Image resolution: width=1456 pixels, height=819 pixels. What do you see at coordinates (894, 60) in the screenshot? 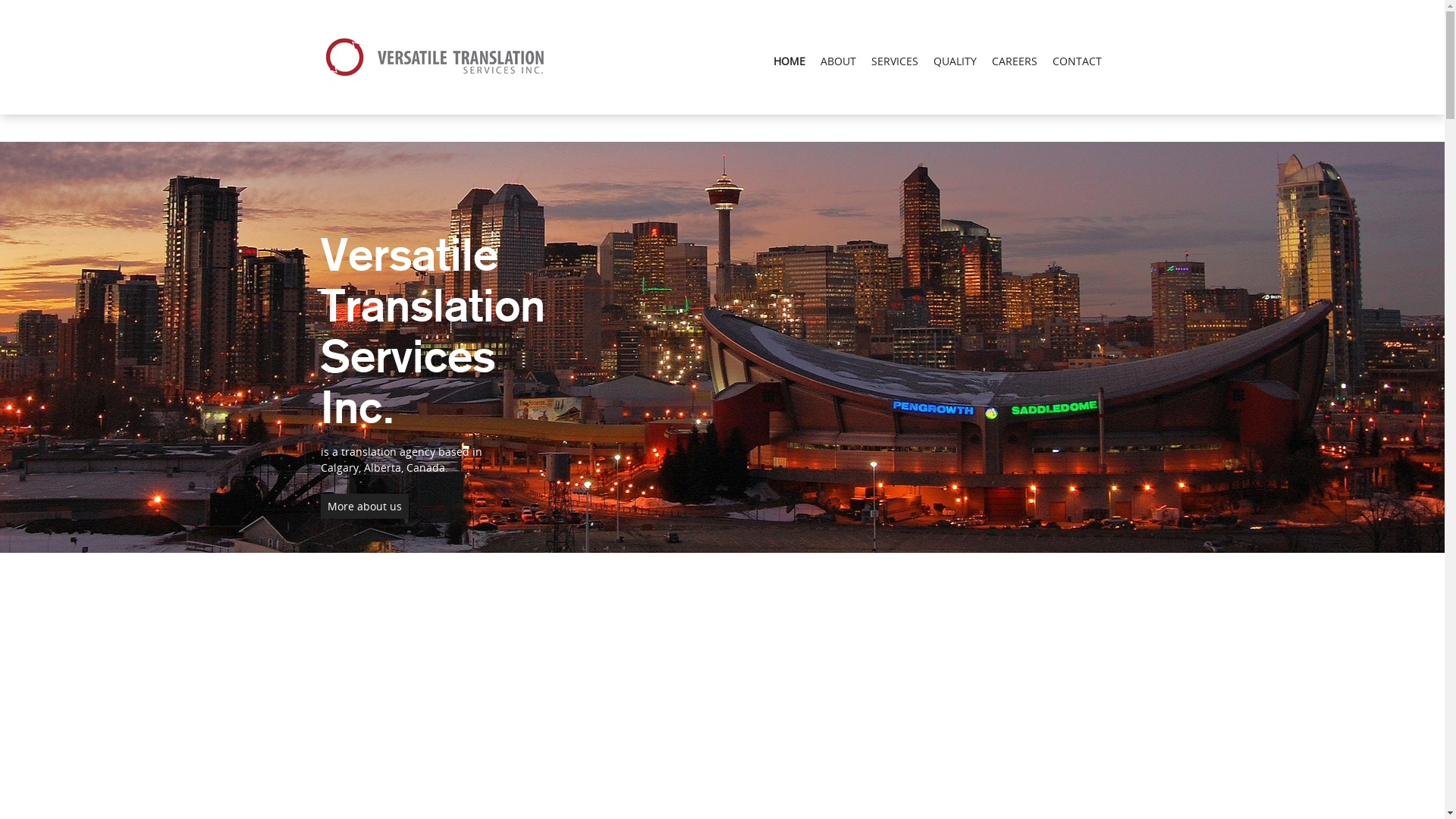
I see `'SERVICES'` at bounding box center [894, 60].